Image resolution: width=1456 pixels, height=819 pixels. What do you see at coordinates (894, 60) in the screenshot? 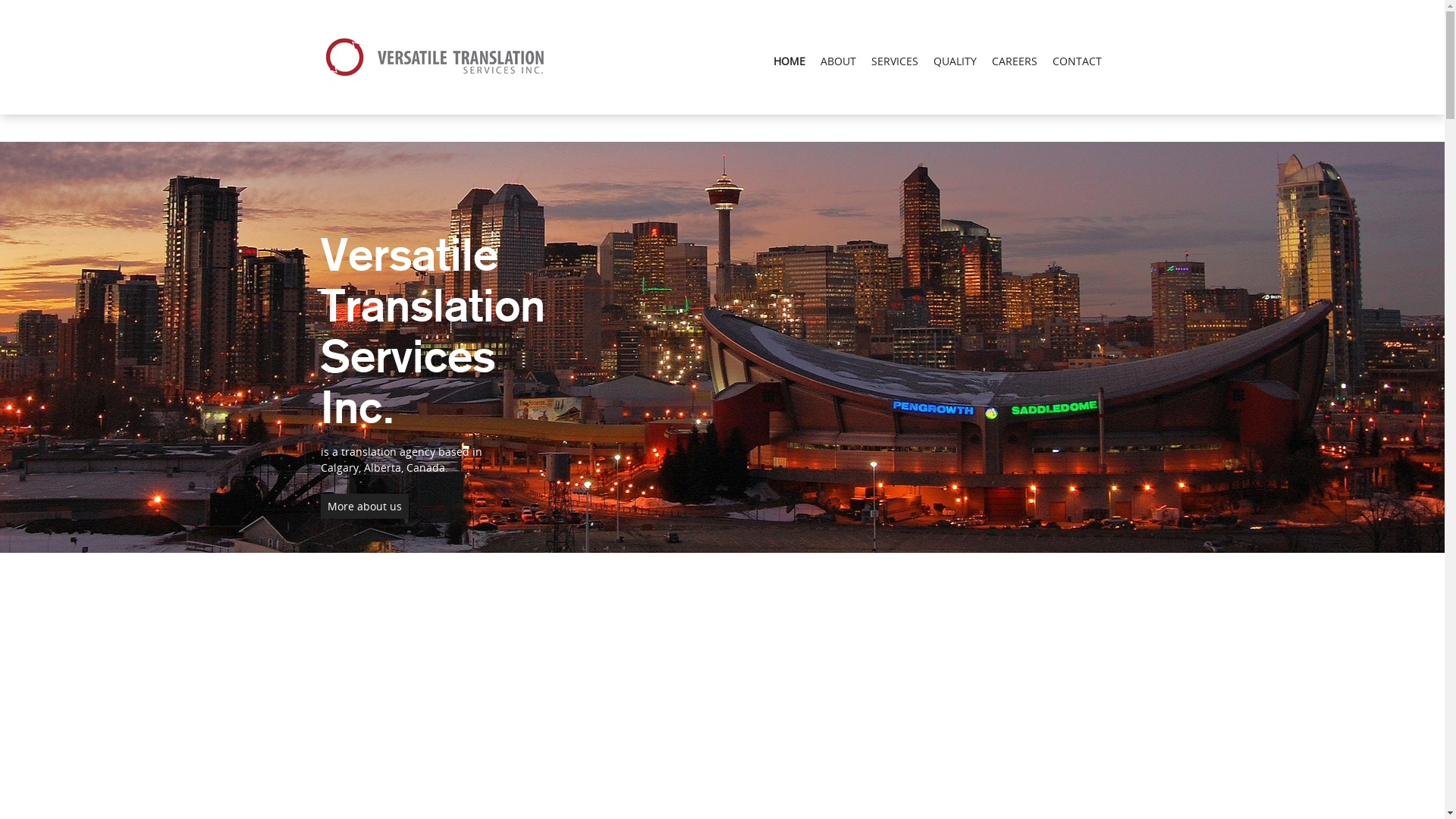
I see `'SERVICES'` at bounding box center [894, 60].